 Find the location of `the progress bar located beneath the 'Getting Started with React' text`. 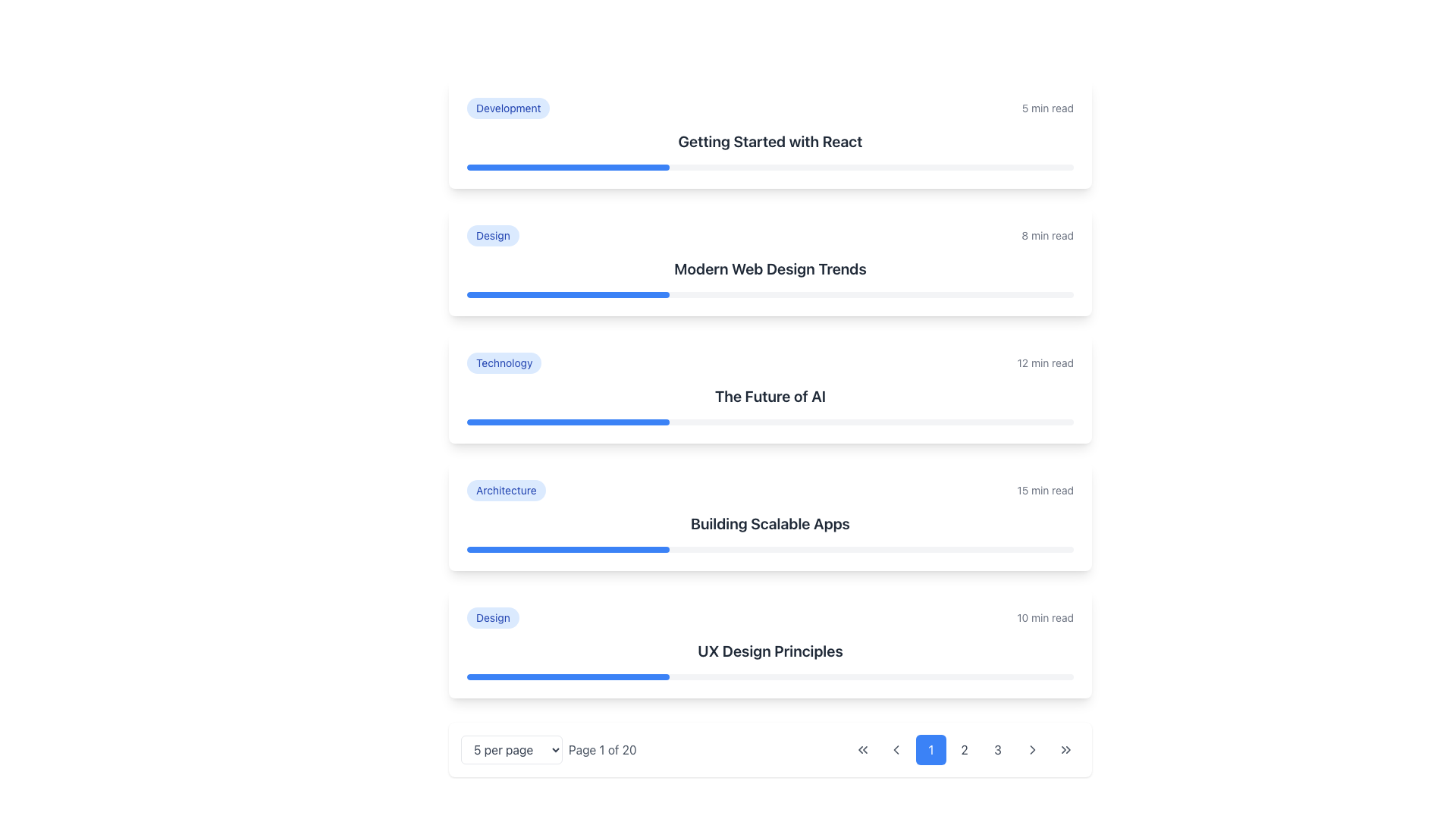

the progress bar located beneath the 'Getting Started with React' text is located at coordinates (567, 167).